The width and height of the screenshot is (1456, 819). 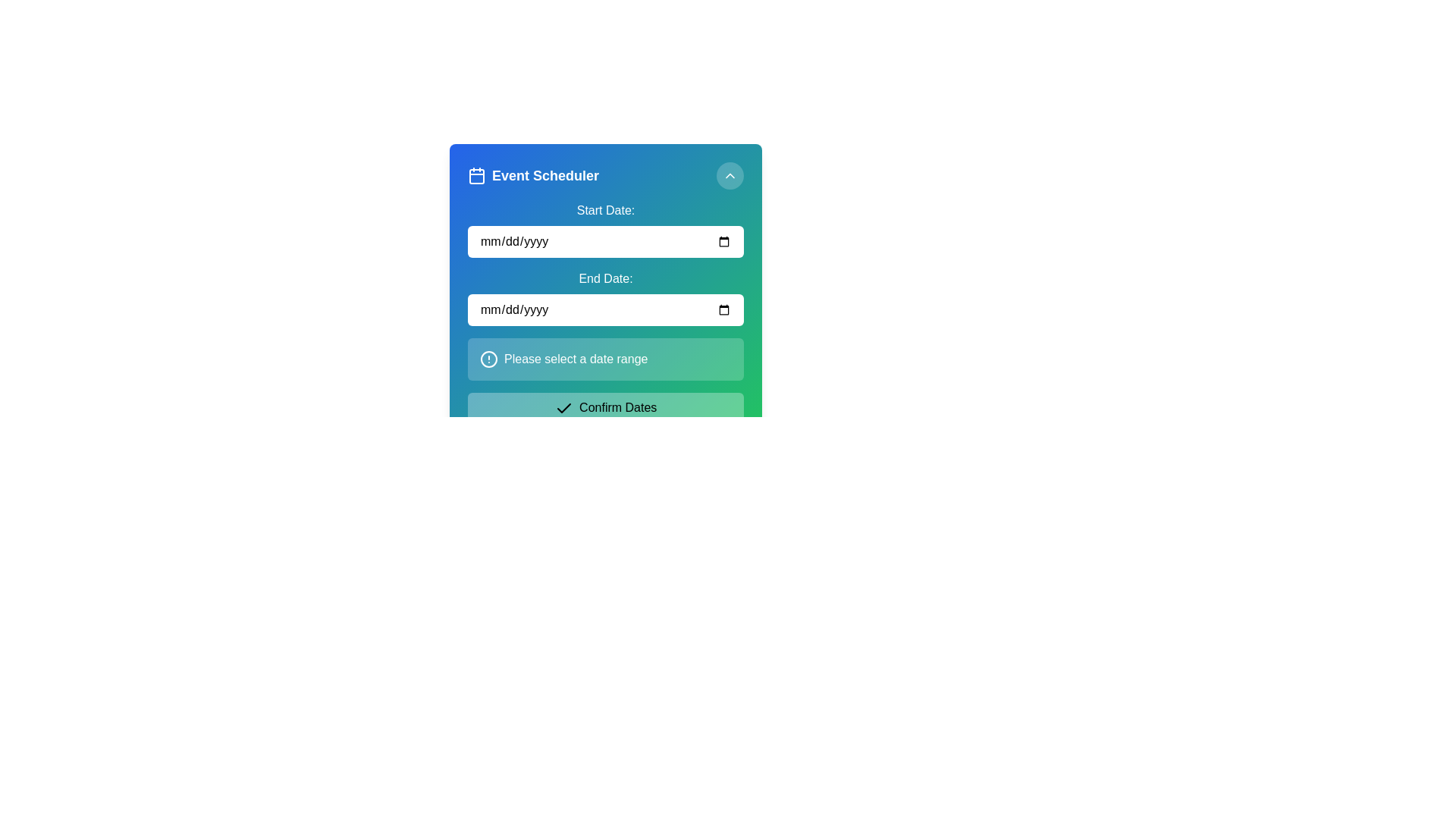 I want to click on the light-colored input field labeled 'End Date:' to focus it, so click(x=604, y=292).